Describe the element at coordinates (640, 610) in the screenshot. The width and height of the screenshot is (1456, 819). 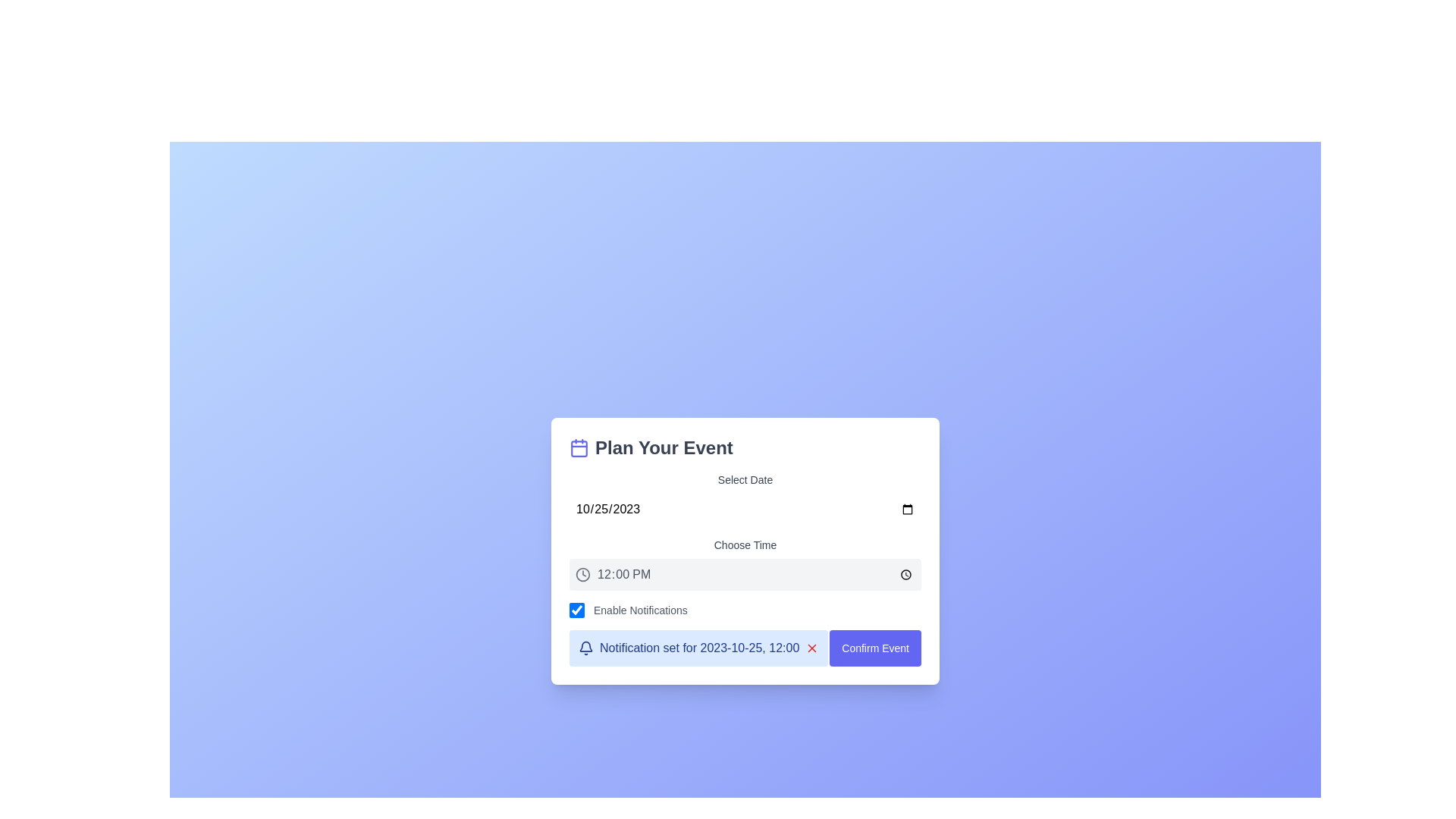
I see `the descriptive label associated with the 'Enable Notifications' checkbox on the event planning form, which is positioned to the right of the checkbox` at that location.